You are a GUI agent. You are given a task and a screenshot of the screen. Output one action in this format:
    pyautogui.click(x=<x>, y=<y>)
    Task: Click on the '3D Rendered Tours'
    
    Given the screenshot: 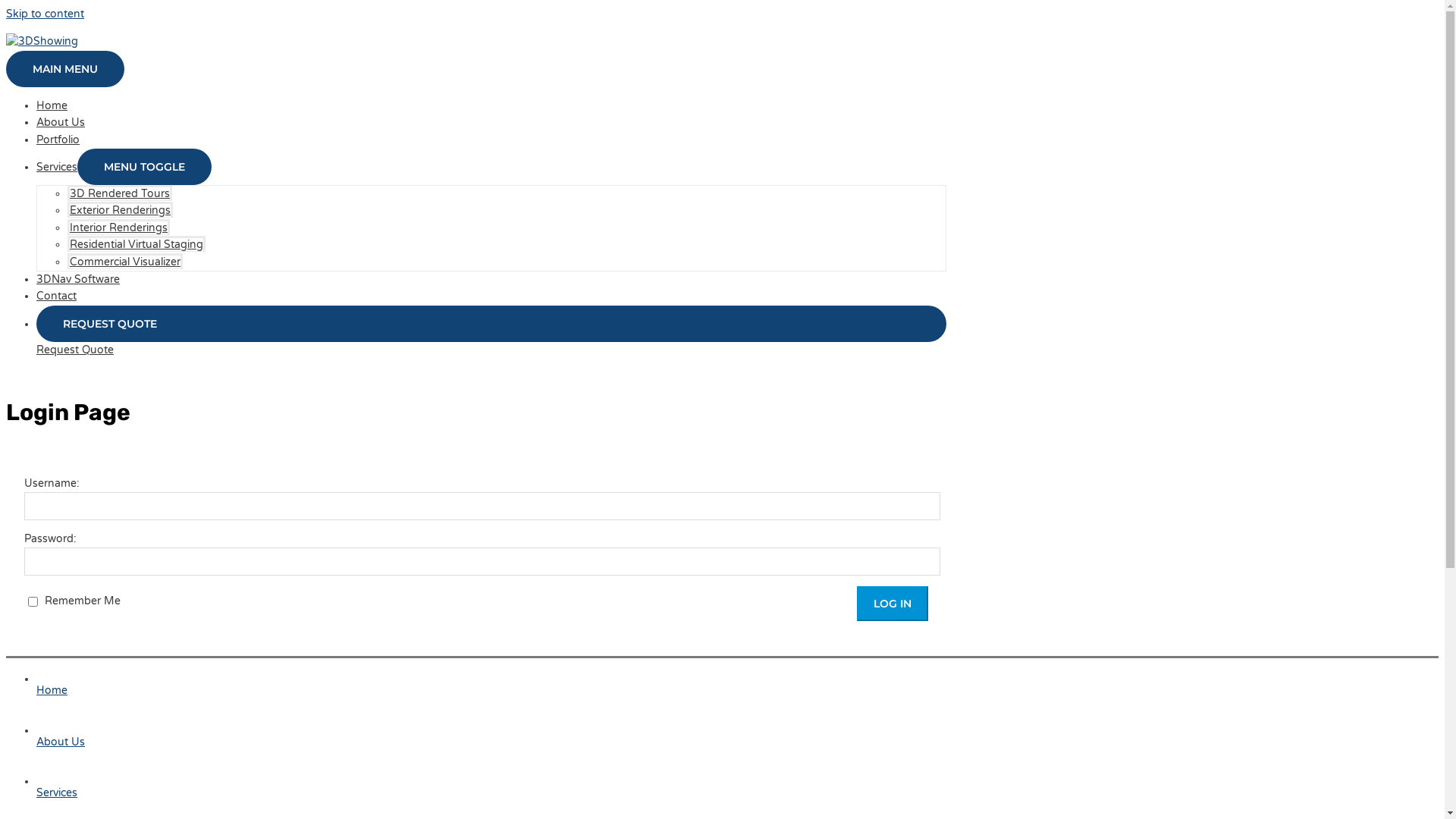 What is the action you would take?
    pyautogui.click(x=119, y=192)
    